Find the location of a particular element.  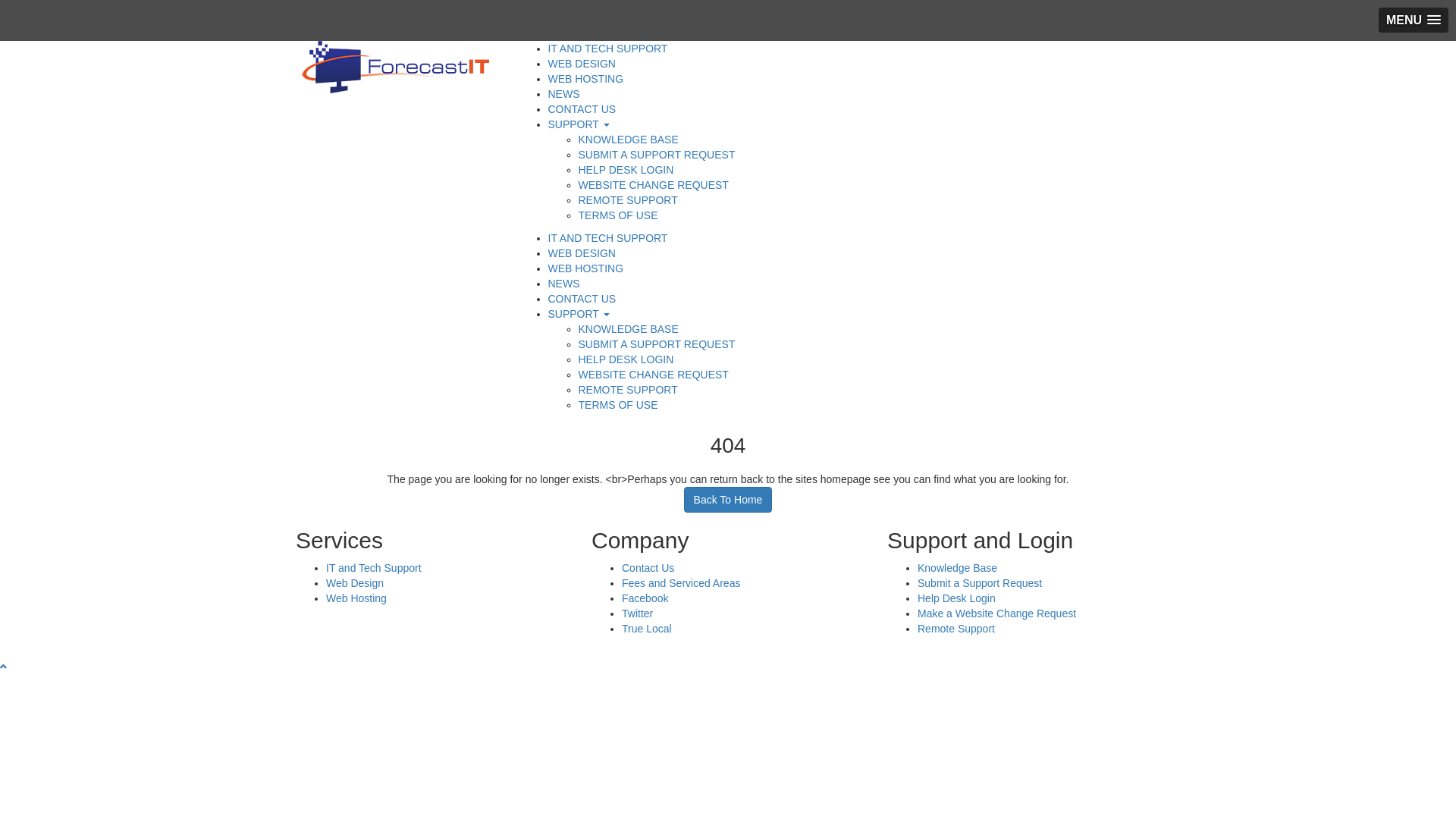

'WEB DESIGN' is located at coordinates (580, 63).